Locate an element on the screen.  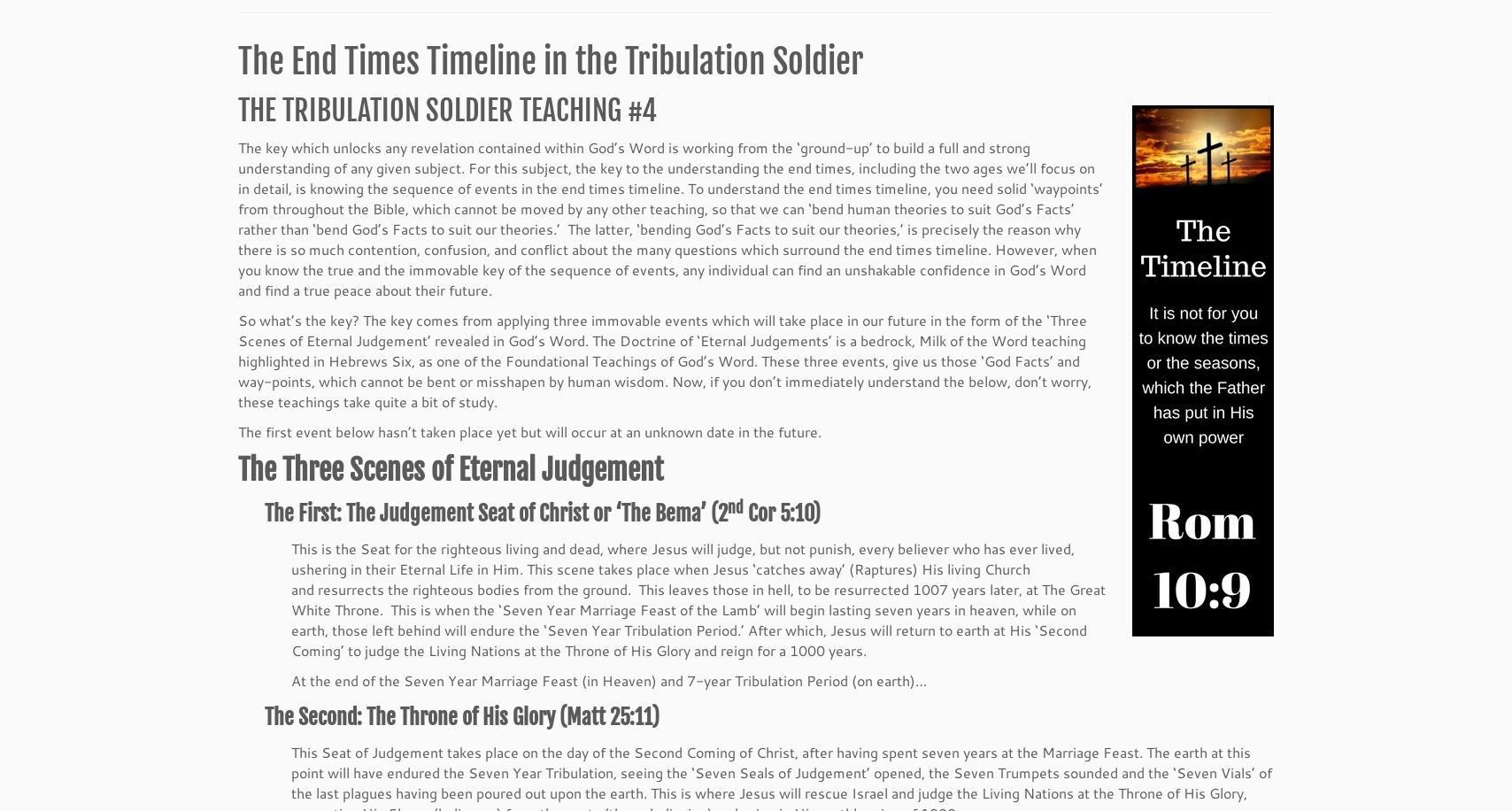
'The first event below hasn’t taken place yet but will occur at an unknown date in the future.' is located at coordinates (238, 433).